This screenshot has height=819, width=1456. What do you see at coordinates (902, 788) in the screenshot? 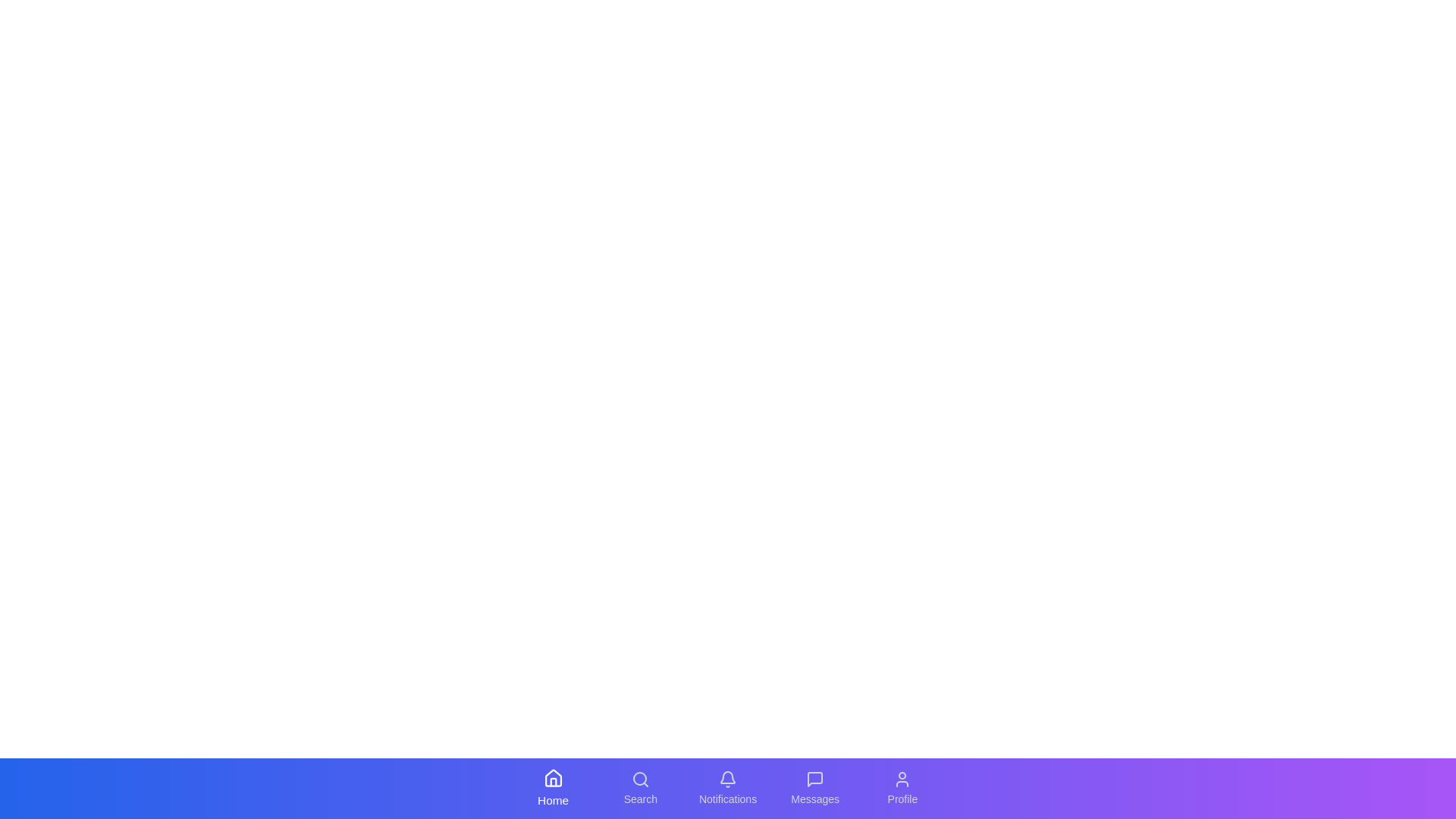
I see `the Profile tab to inspect its details` at bounding box center [902, 788].